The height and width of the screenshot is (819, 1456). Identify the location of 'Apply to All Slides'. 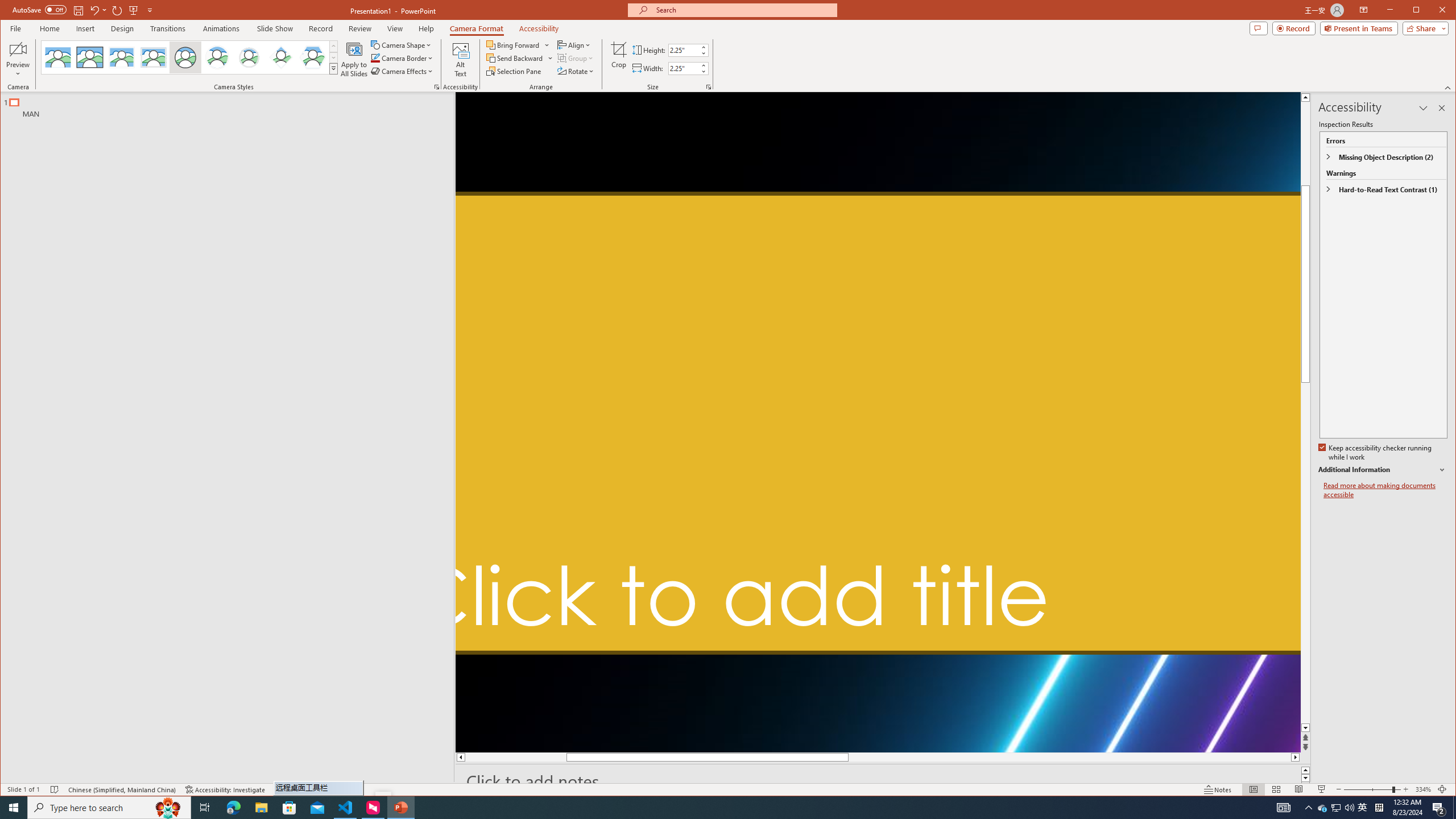
(354, 59).